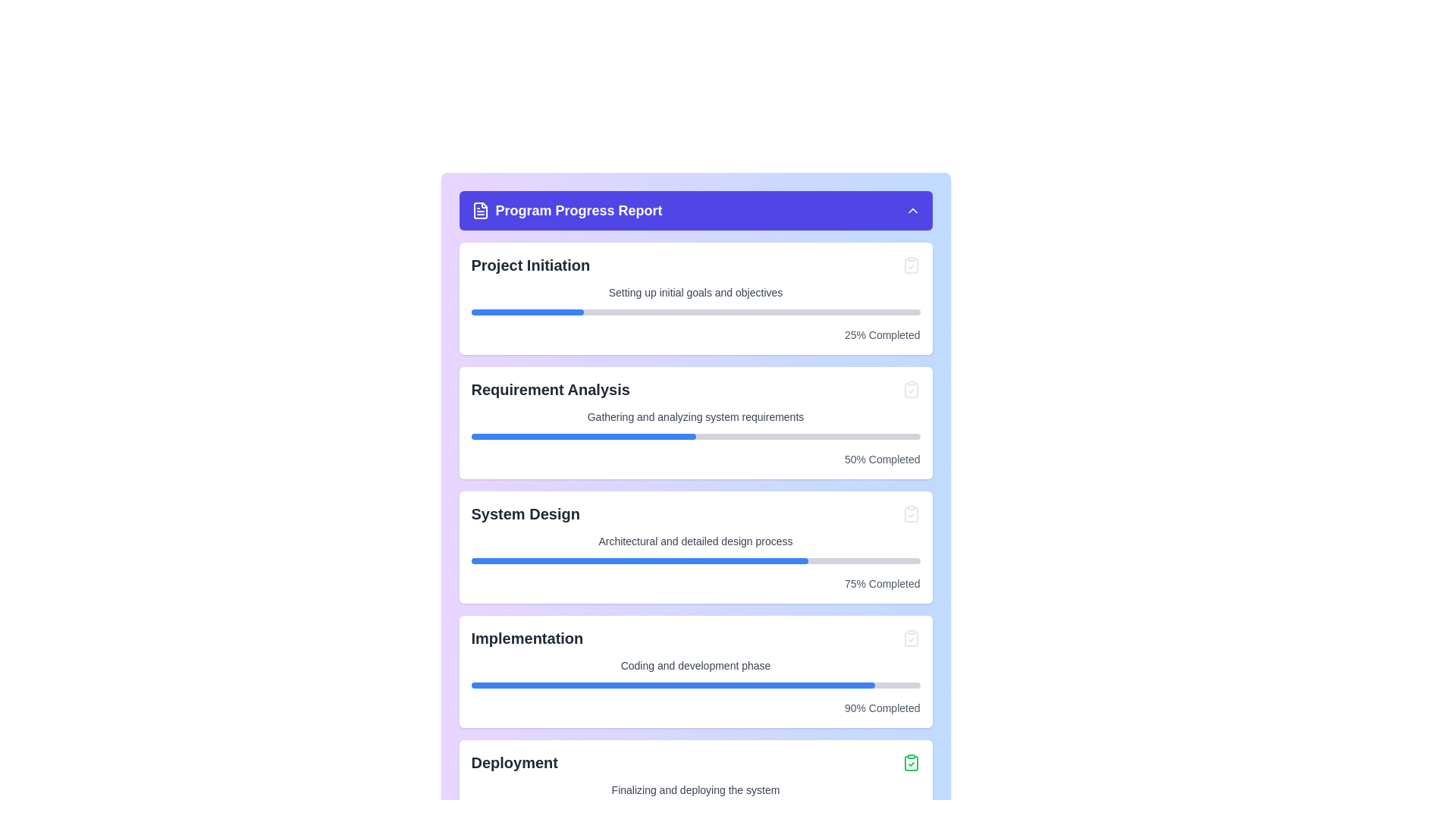 This screenshot has height=819, width=1456. Describe the element at coordinates (527, 638) in the screenshot. I see `the text label indicating the 'Implementation' phase title, which is centered at the bottom of the card representing the 'Implementation' stage` at that location.